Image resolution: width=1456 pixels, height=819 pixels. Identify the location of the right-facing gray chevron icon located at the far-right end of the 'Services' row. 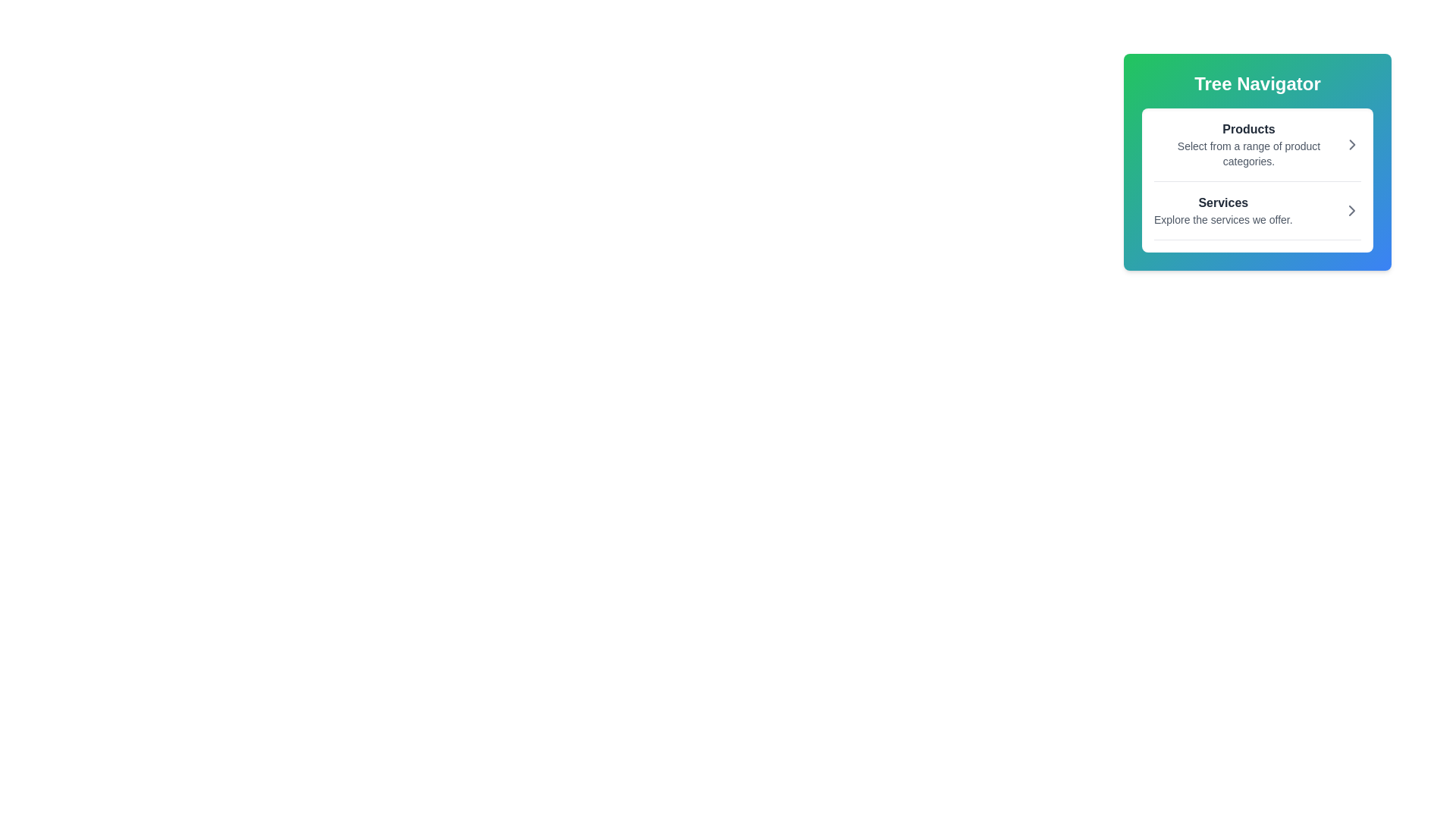
(1351, 210).